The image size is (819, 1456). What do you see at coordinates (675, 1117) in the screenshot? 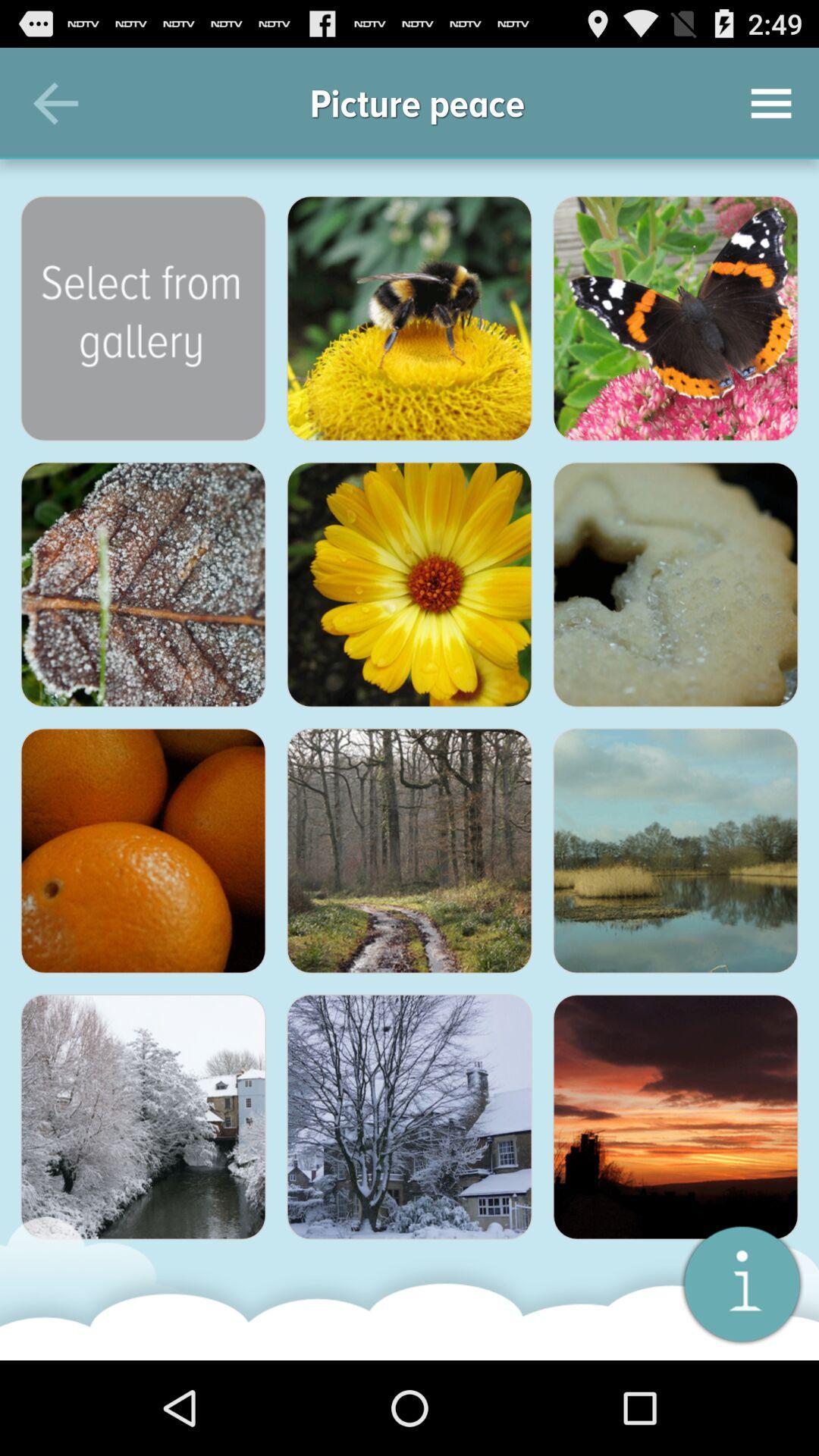
I see `emojios` at bounding box center [675, 1117].